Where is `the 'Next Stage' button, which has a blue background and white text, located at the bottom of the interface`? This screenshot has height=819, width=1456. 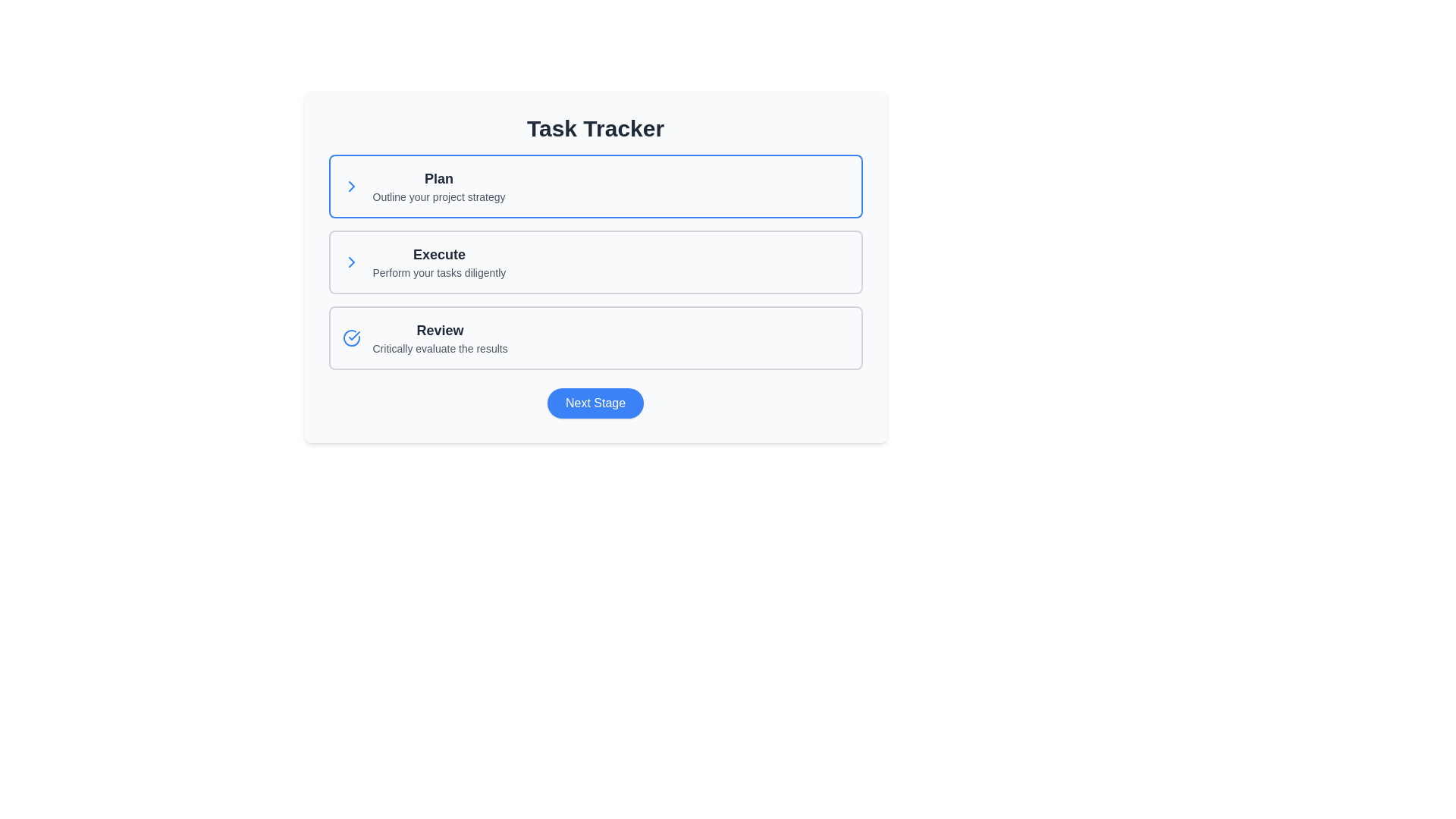
the 'Next Stage' button, which has a blue background and white text, located at the bottom of the interface is located at coordinates (595, 403).